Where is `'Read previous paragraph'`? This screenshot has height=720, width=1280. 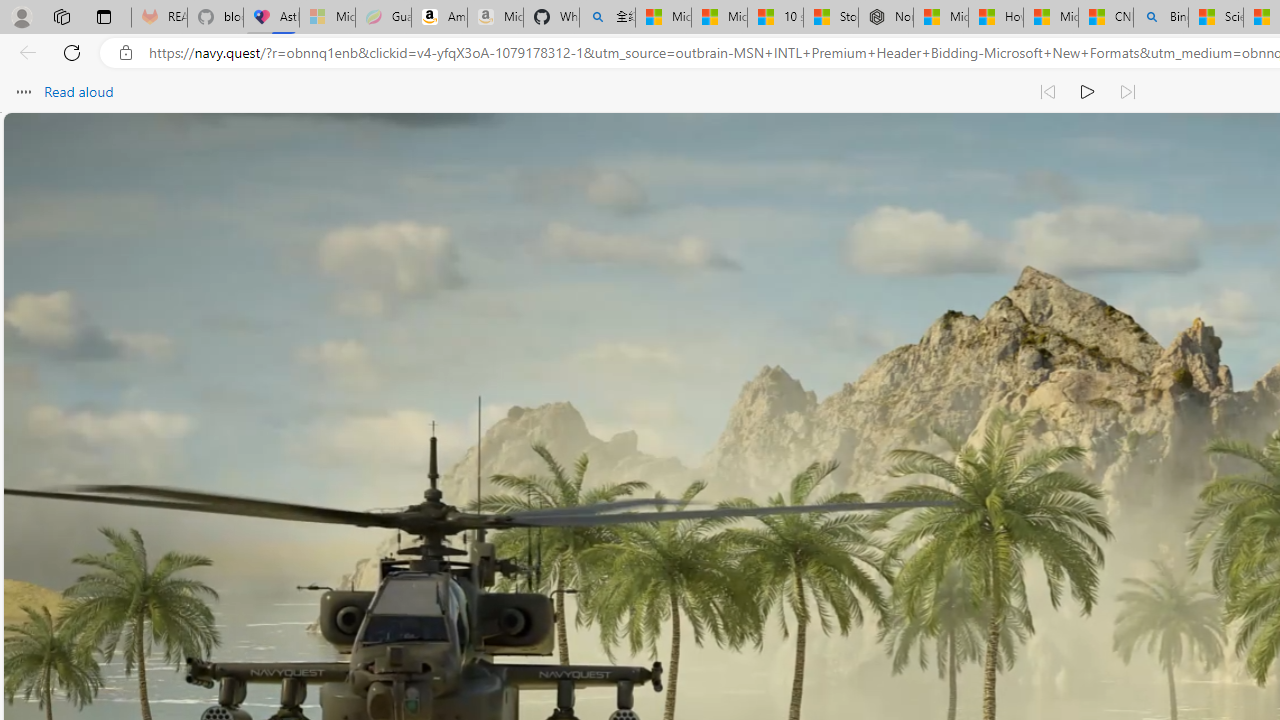 'Read previous paragraph' is located at coordinates (1047, 92).